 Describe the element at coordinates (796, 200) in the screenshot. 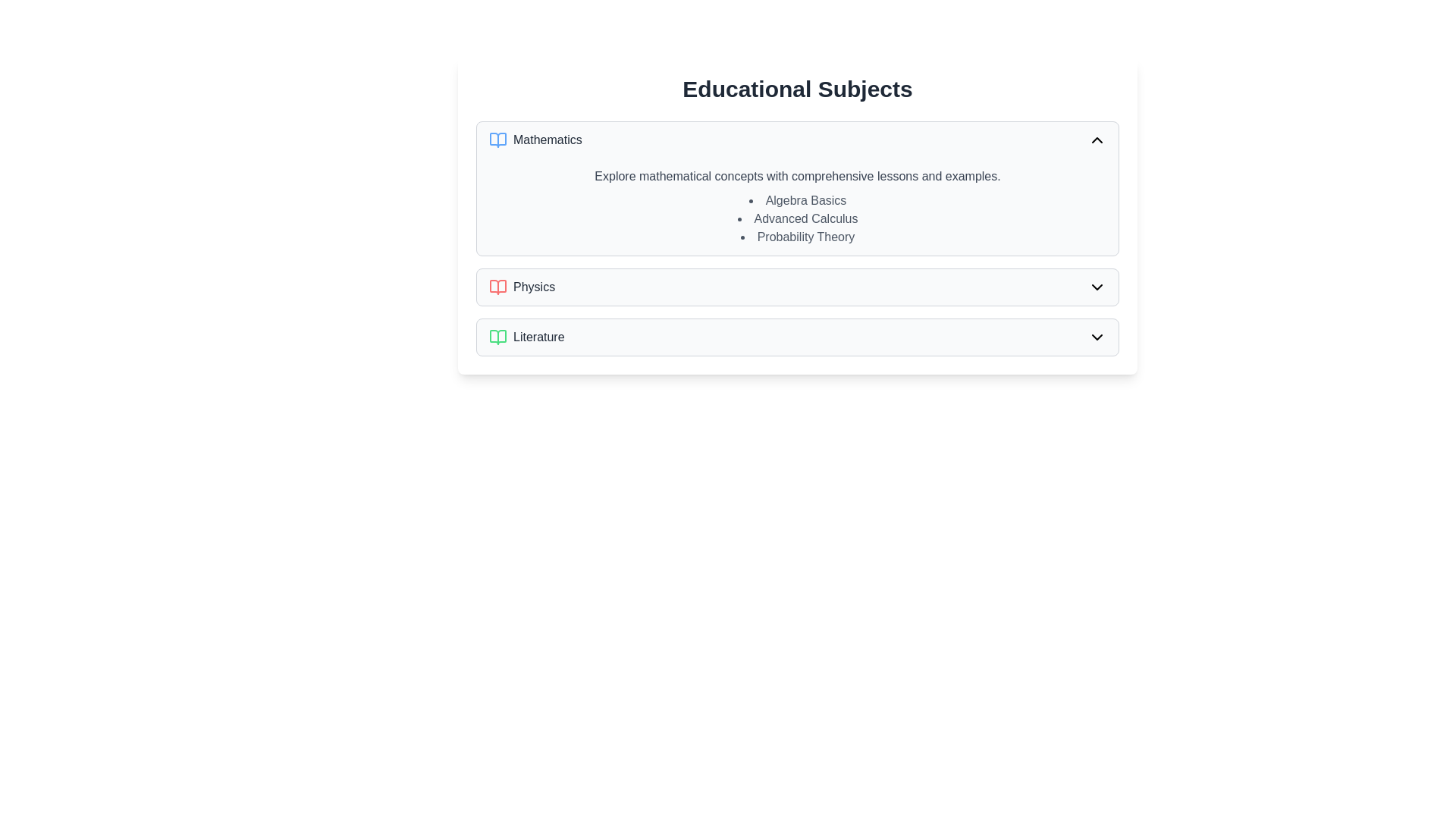

I see `the first title or label in the 'Mathematics' section, which serves as a clickable link or identifier for the corresponding content` at that location.